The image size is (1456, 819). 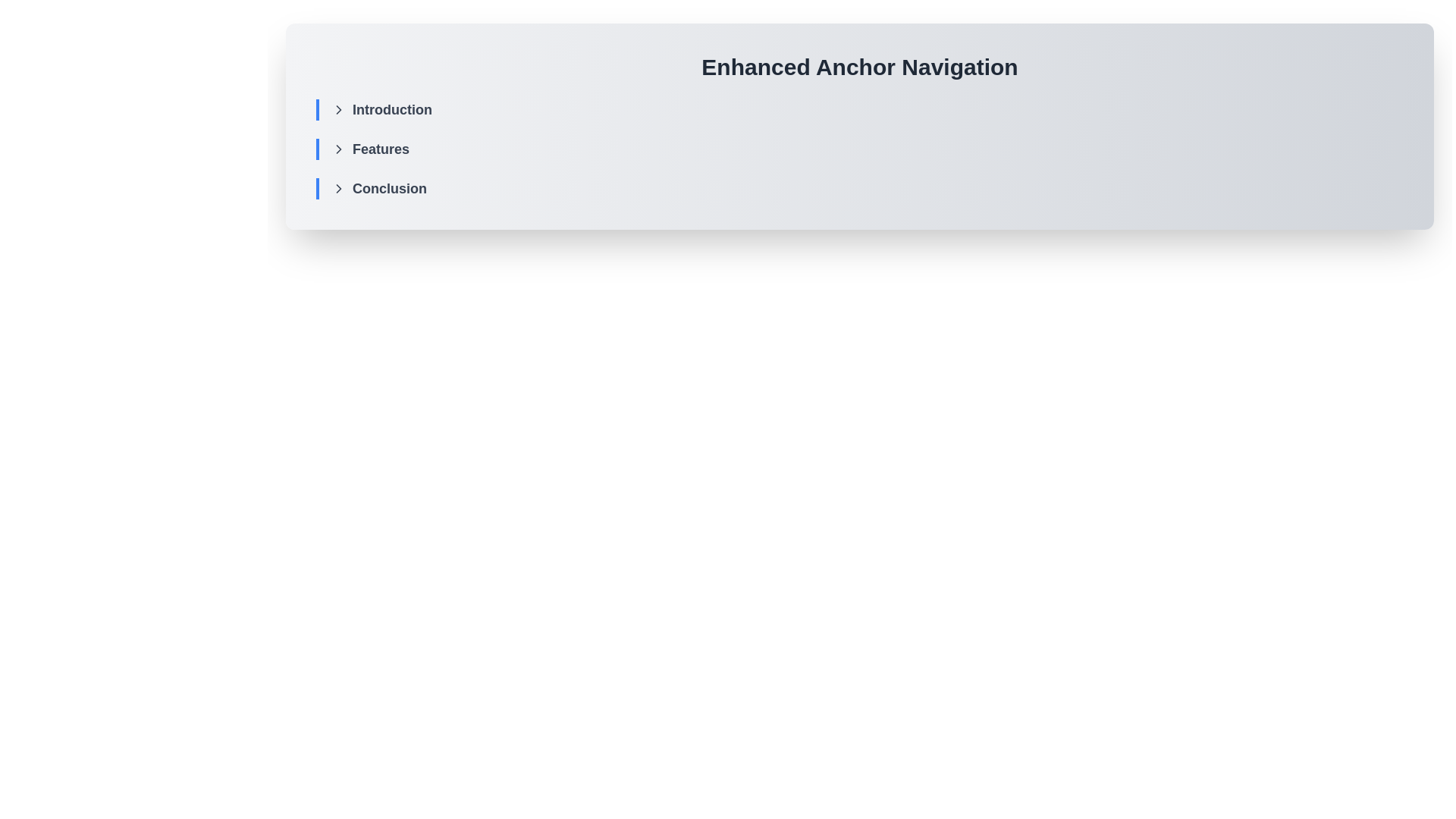 What do you see at coordinates (337, 109) in the screenshot?
I see `the right-facing chevron icon that is adjacent to the text 'Introduction', indicating expandable navigation functionality` at bounding box center [337, 109].